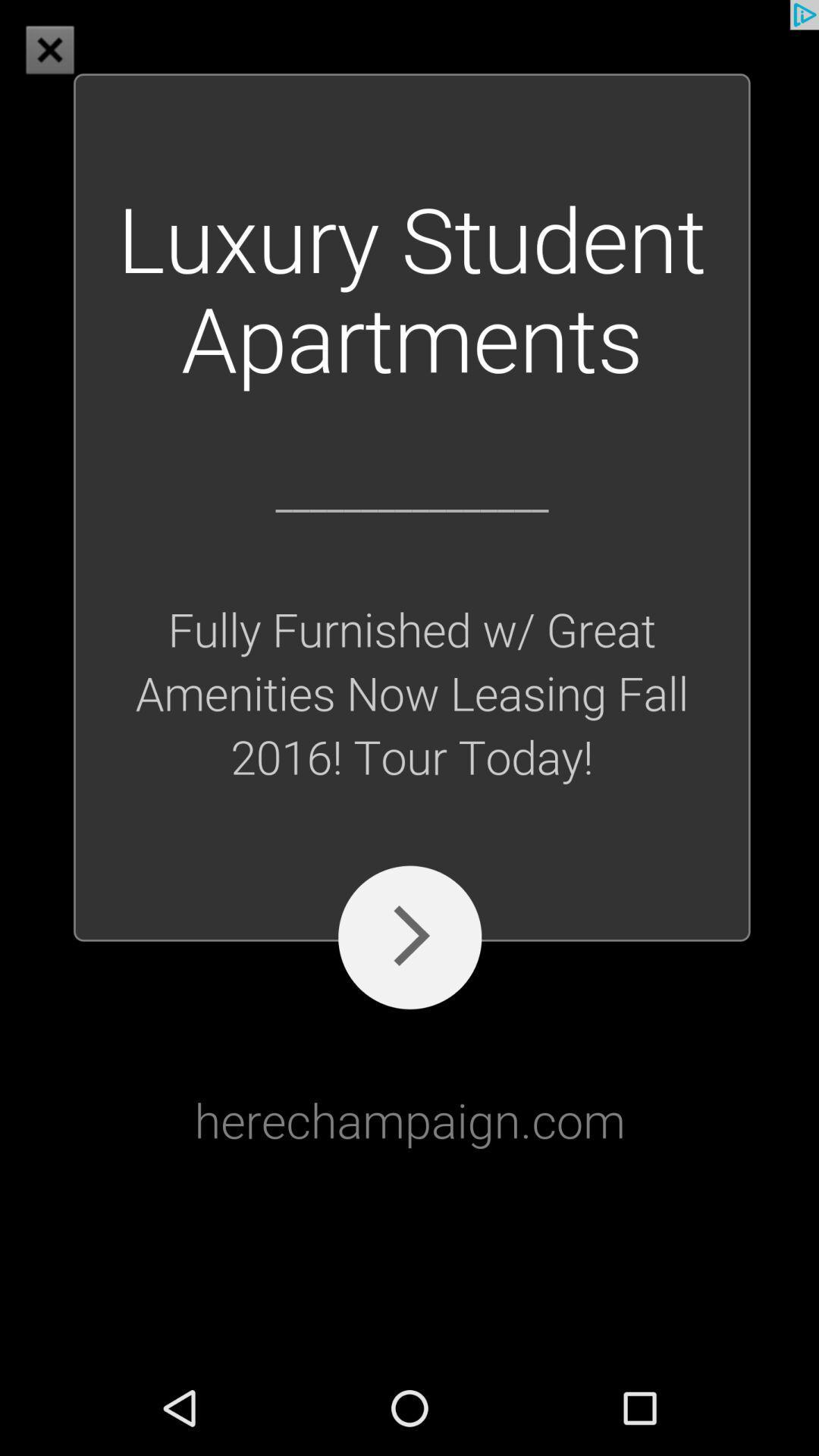  Describe the element at coordinates (49, 53) in the screenshot. I see `the close icon` at that location.